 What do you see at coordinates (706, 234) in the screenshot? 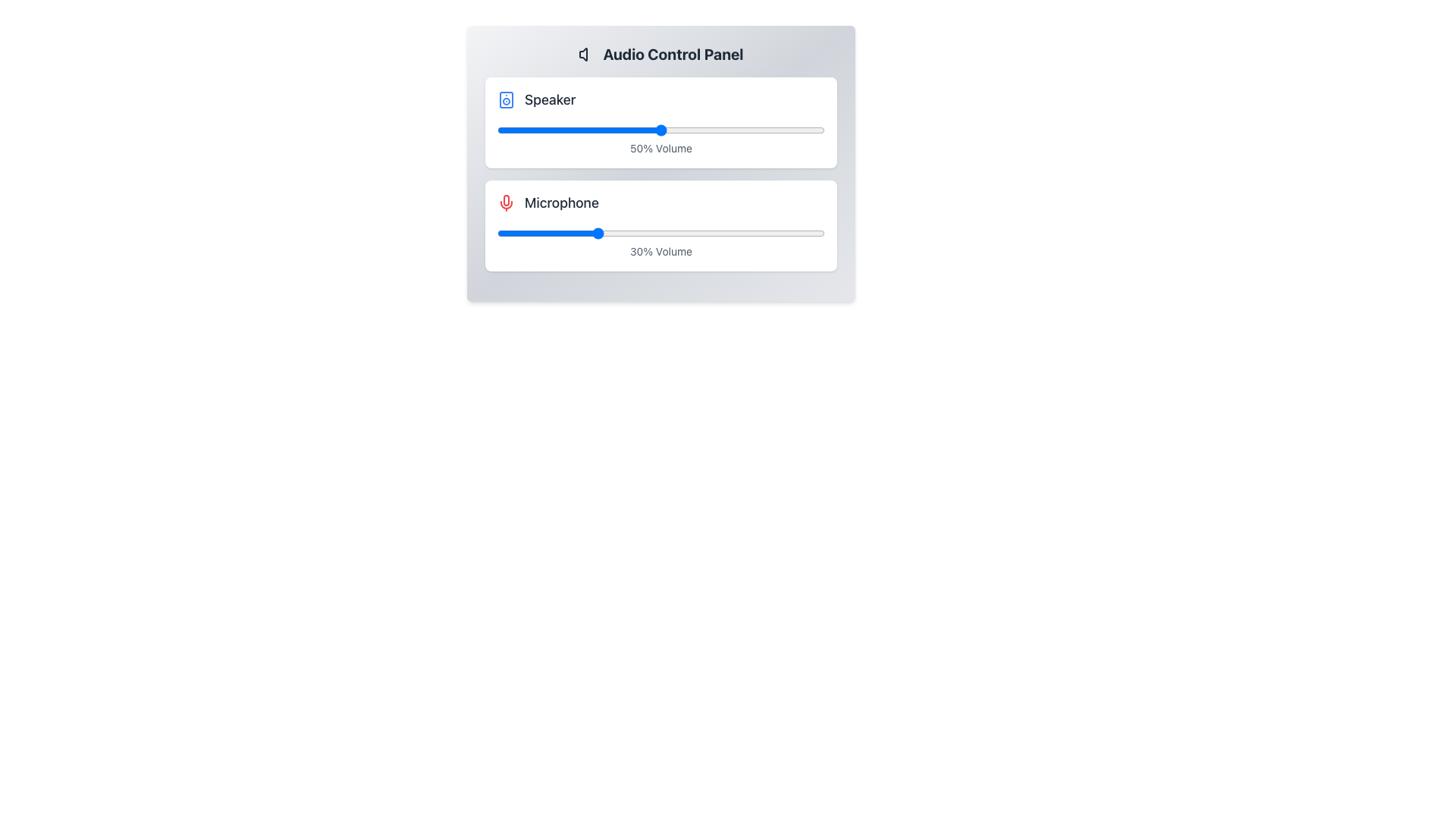
I see `the microphone volume` at bounding box center [706, 234].